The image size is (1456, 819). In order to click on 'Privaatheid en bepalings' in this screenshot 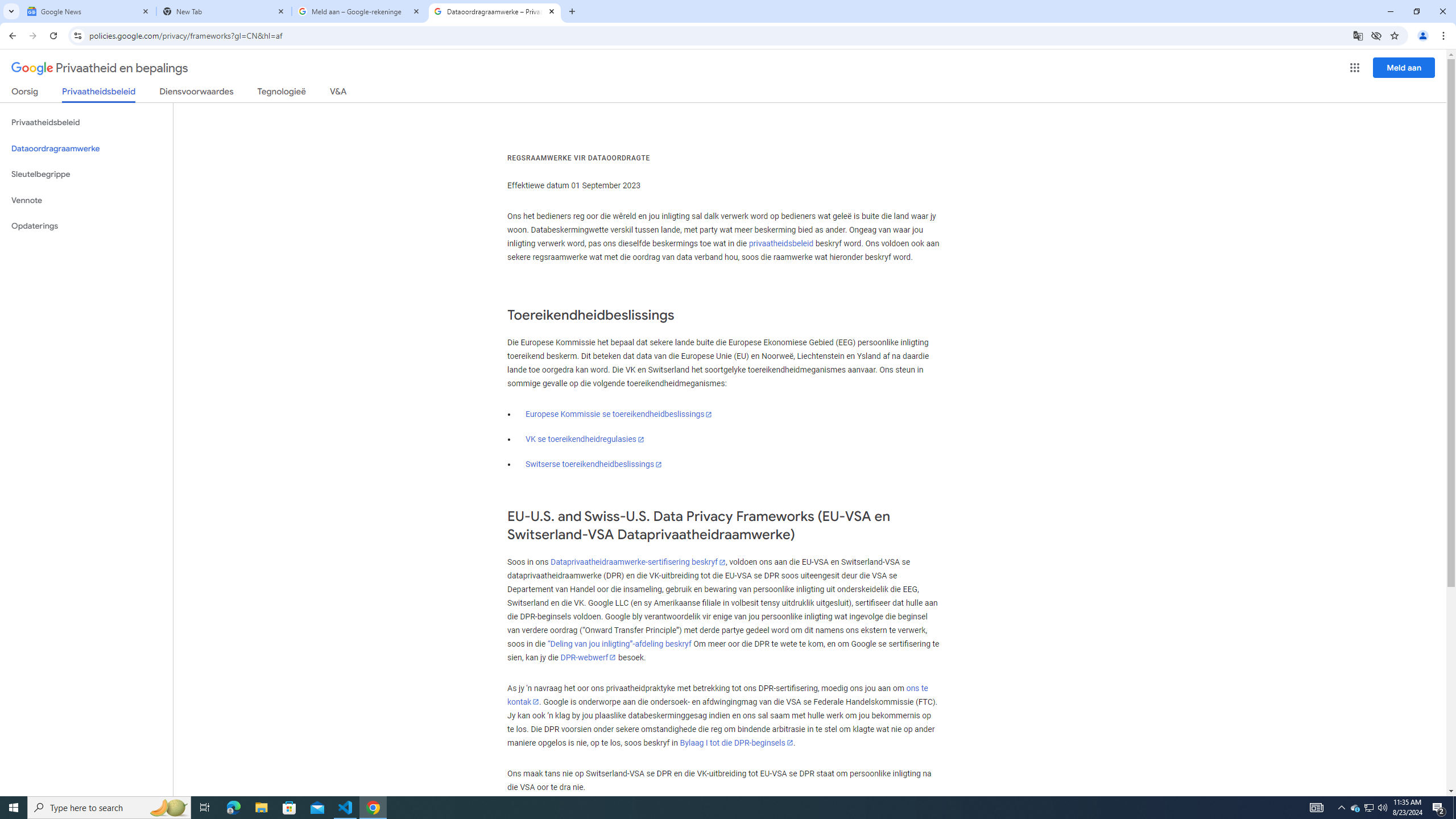, I will do `click(100, 68)`.